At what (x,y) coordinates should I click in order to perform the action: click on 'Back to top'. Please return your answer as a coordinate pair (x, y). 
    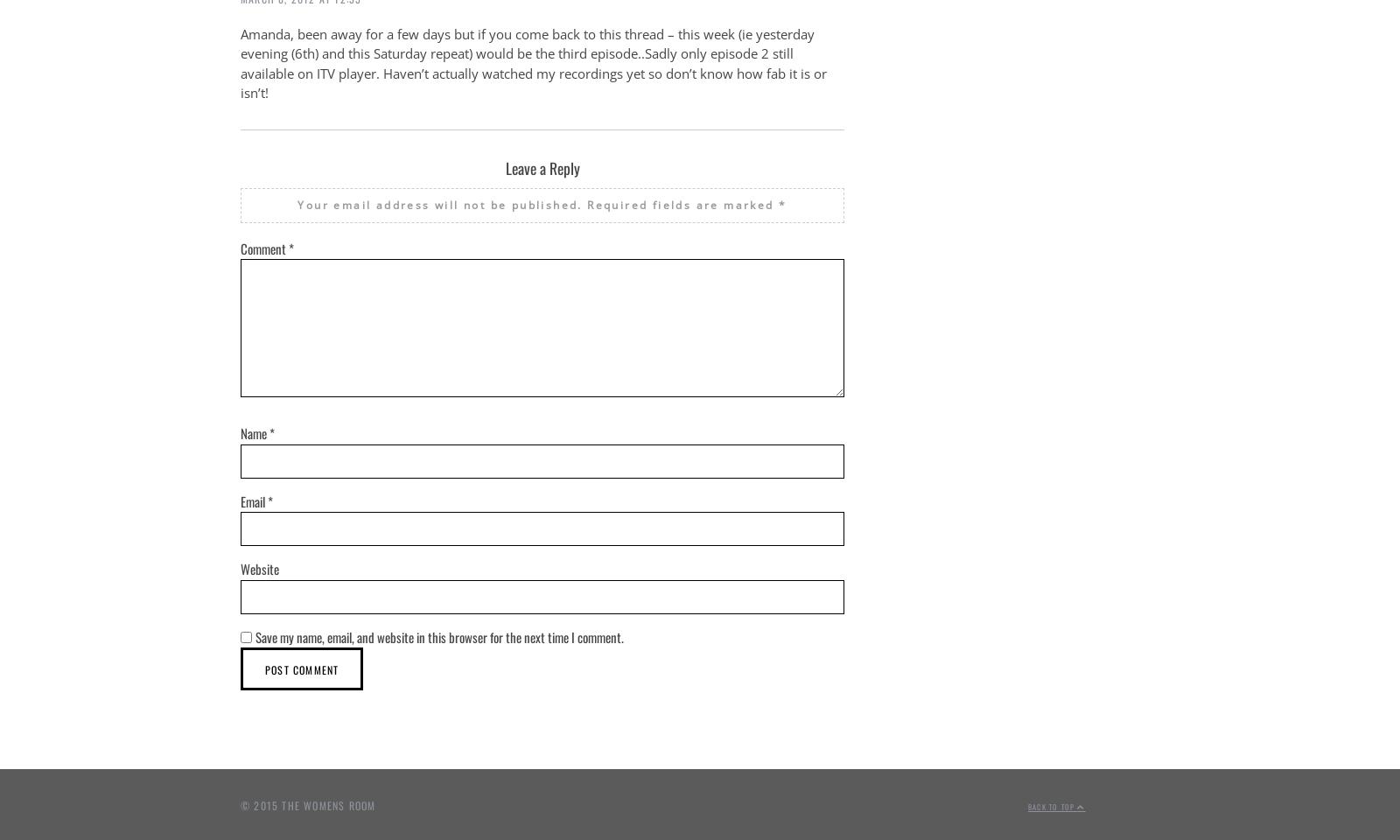
    Looking at the image, I should click on (1052, 806).